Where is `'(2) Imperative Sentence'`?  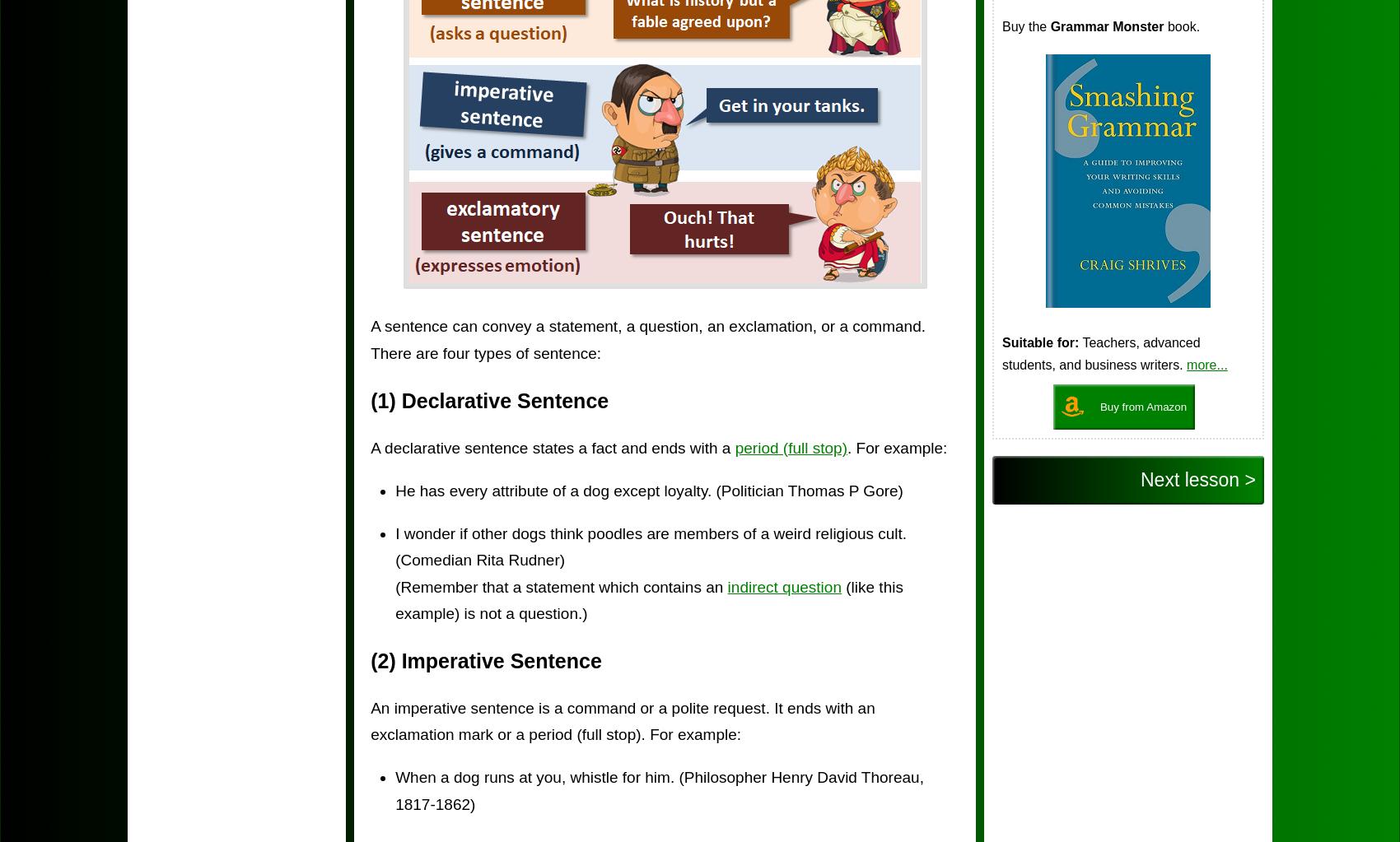
'(2) Imperative Sentence' is located at coordinates (485, 660).